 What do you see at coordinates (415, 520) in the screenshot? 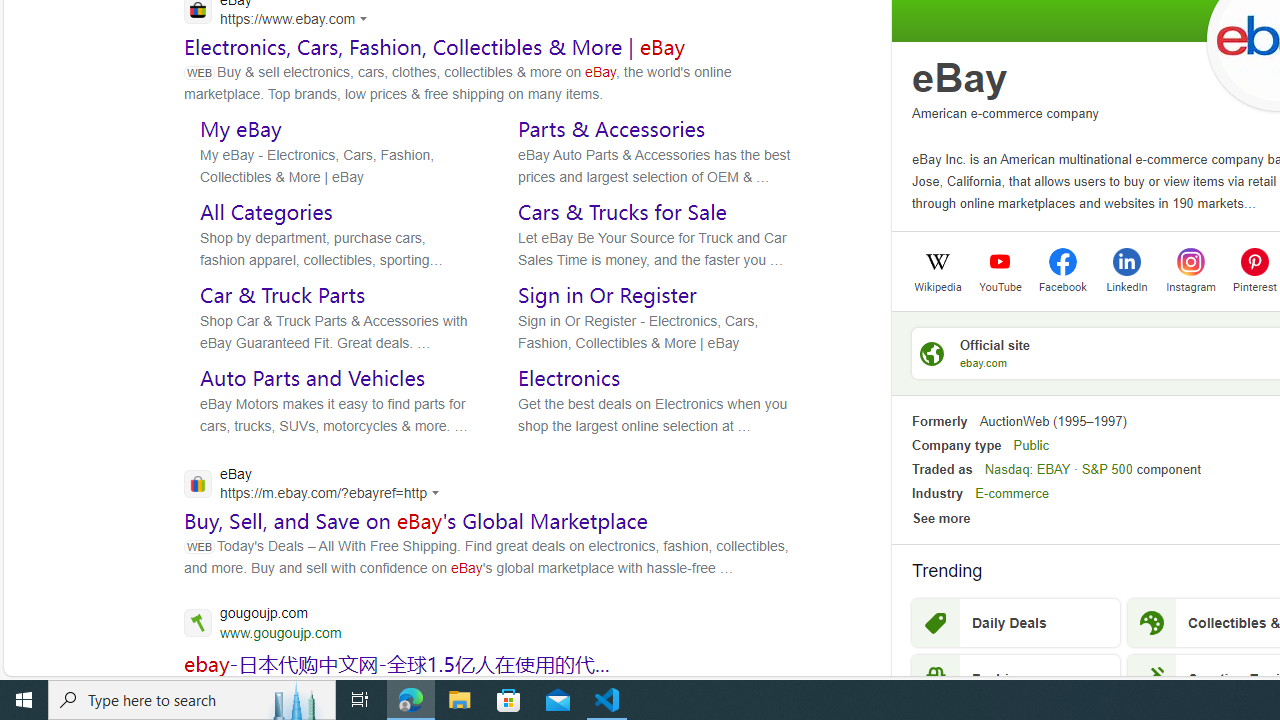
I see `'Buy, Sell, and Save on eBay'` at bounding box center [415, 520].